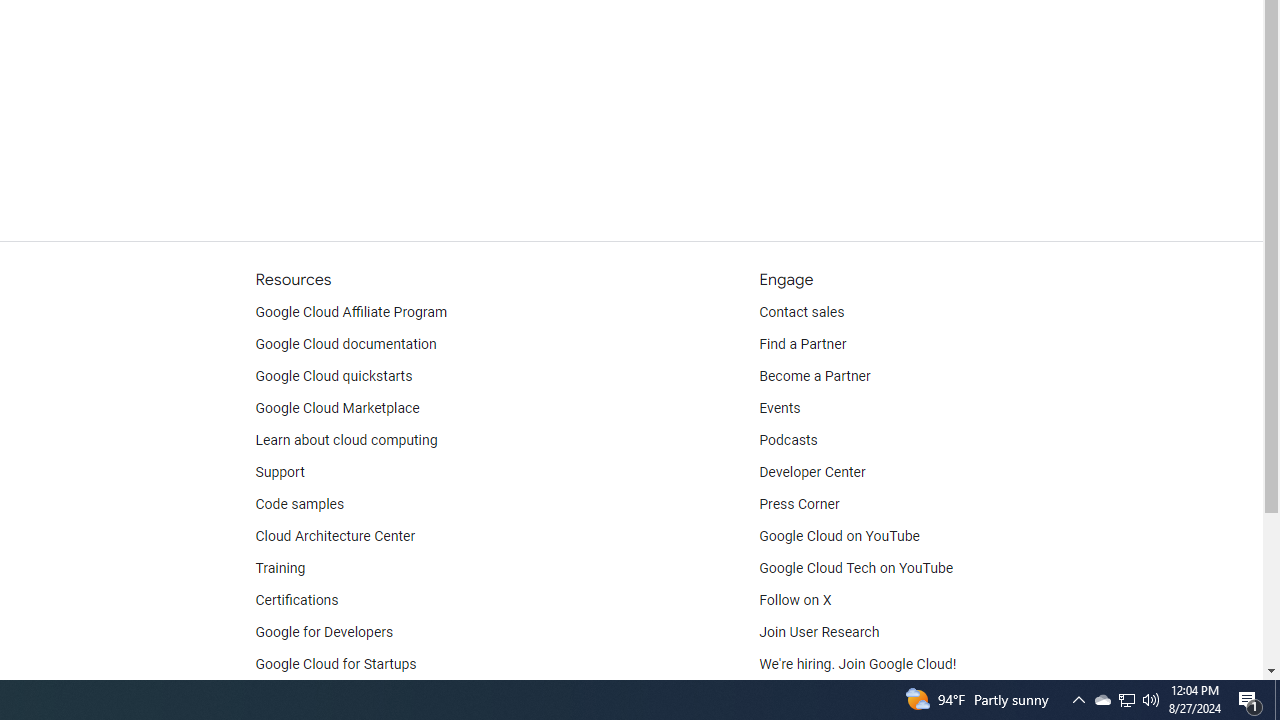  What do you see at coordinates (345, 343) in the screenshot?
I see `'Google Cloud documentation'` at bounding box center [345, 343].